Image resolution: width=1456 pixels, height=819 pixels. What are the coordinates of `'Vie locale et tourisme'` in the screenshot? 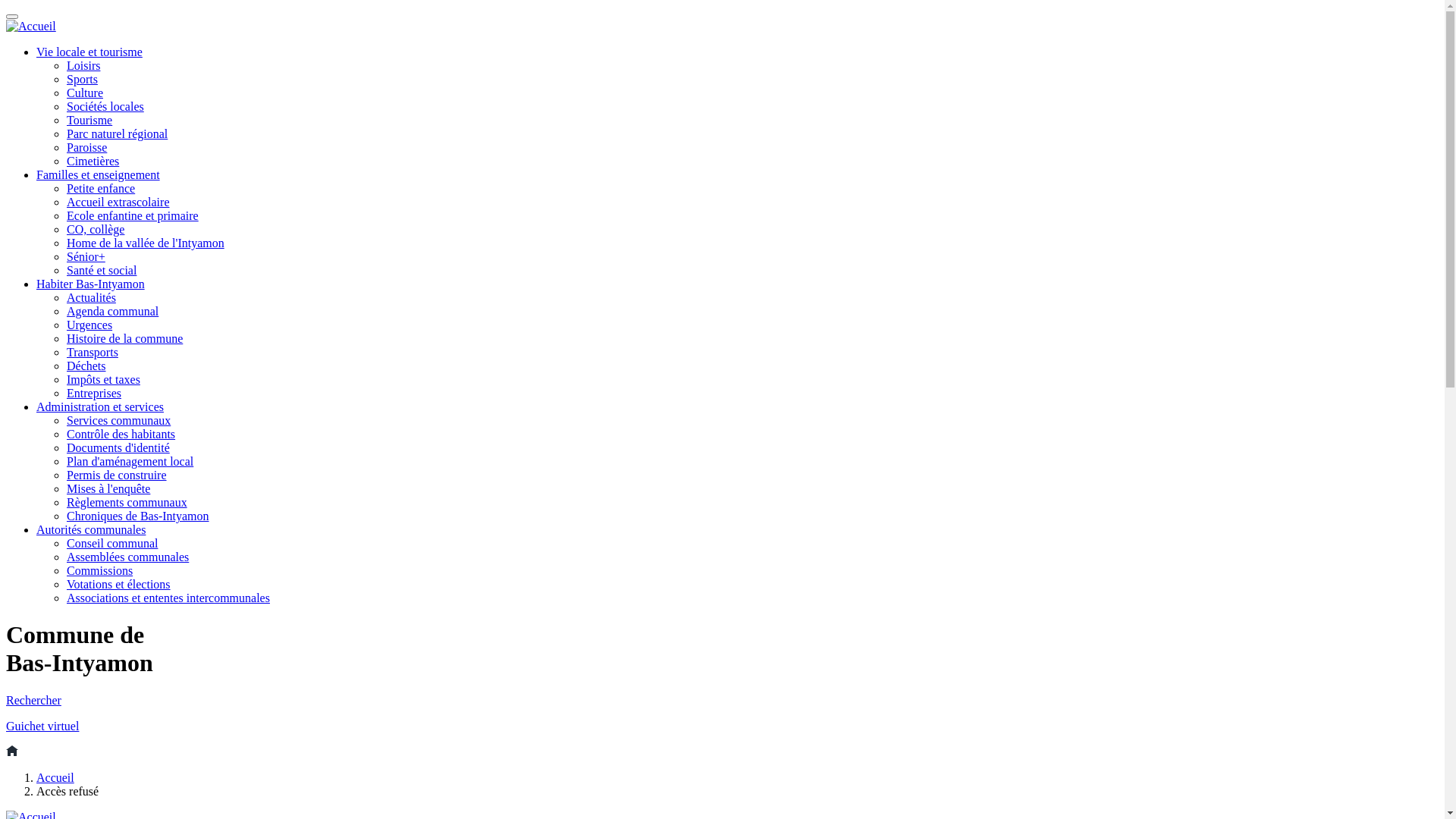 It's located at (36, 51).